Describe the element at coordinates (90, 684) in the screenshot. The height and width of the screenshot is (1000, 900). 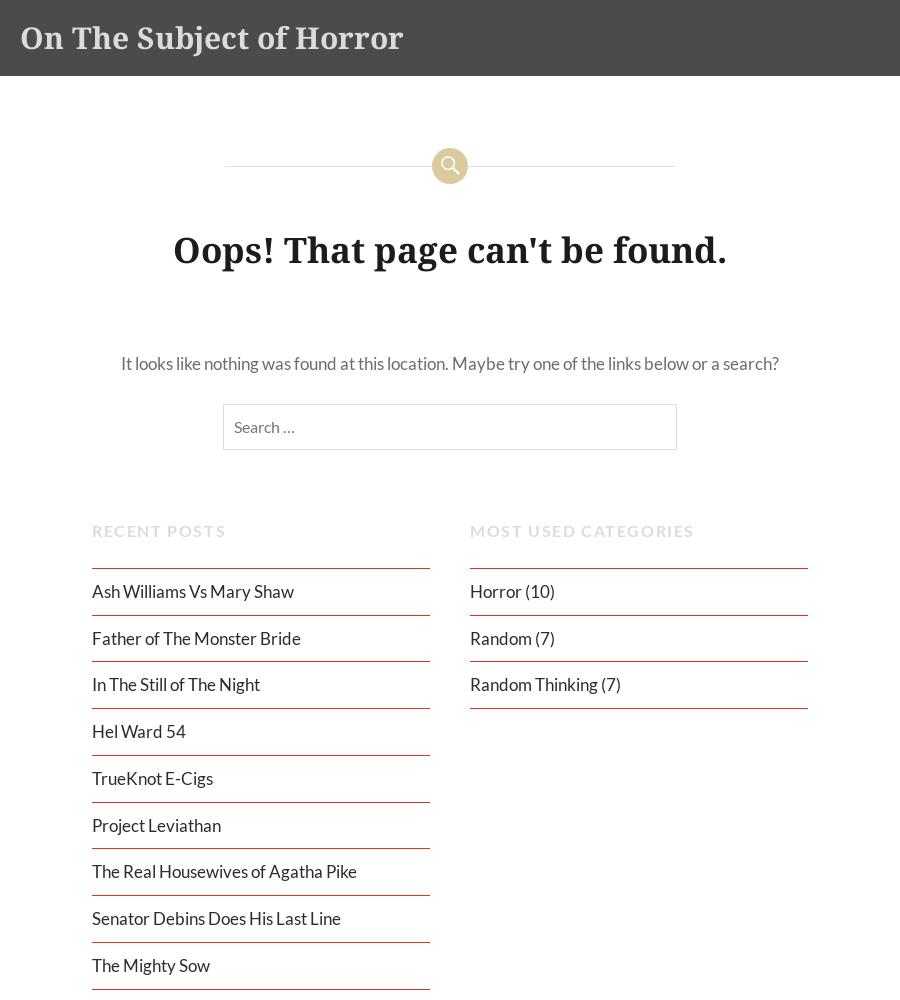
I see `'In The Still of The Night'` at that location.